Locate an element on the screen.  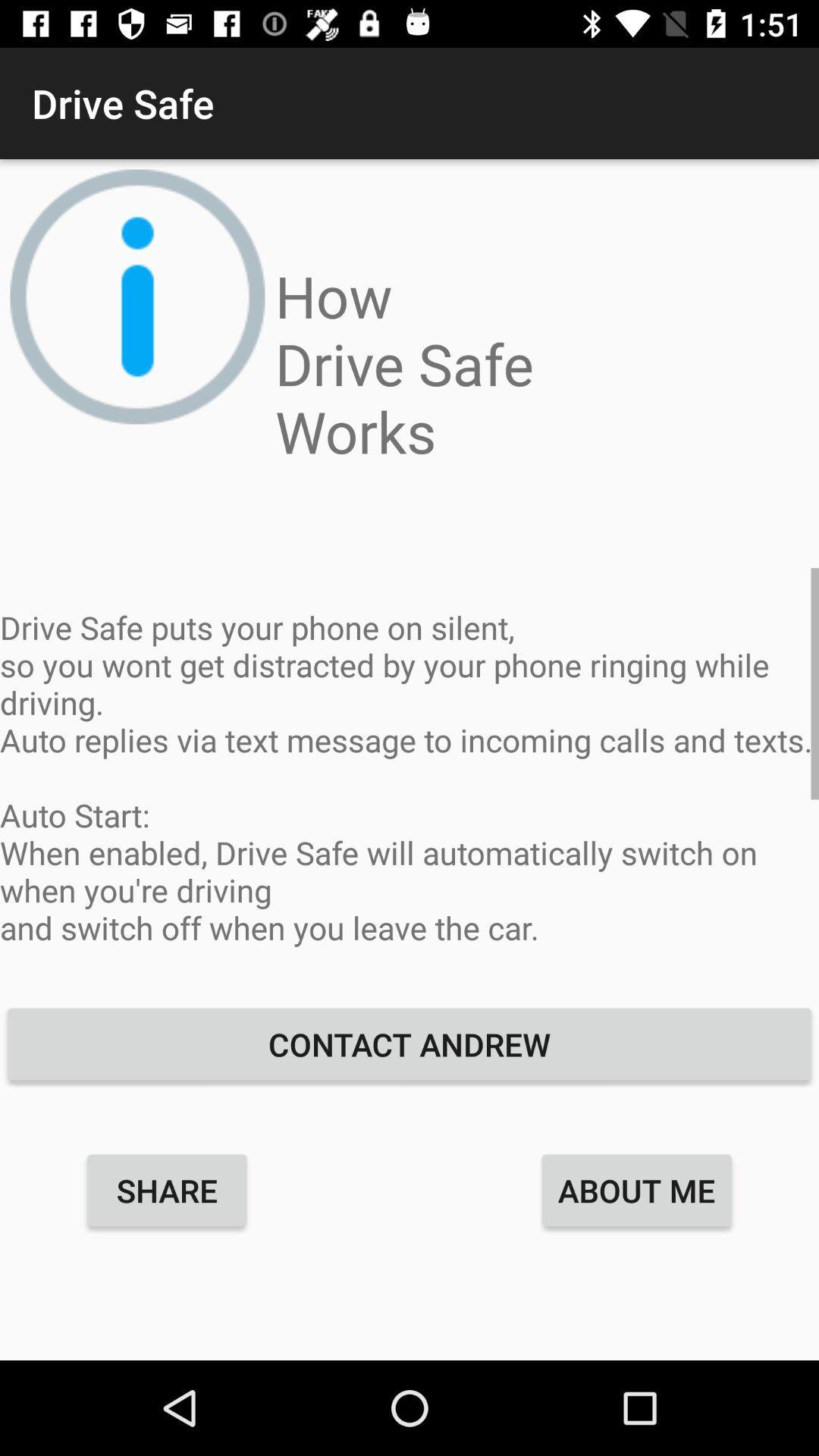
the contact andrew is located at coordinates (409, 1043).